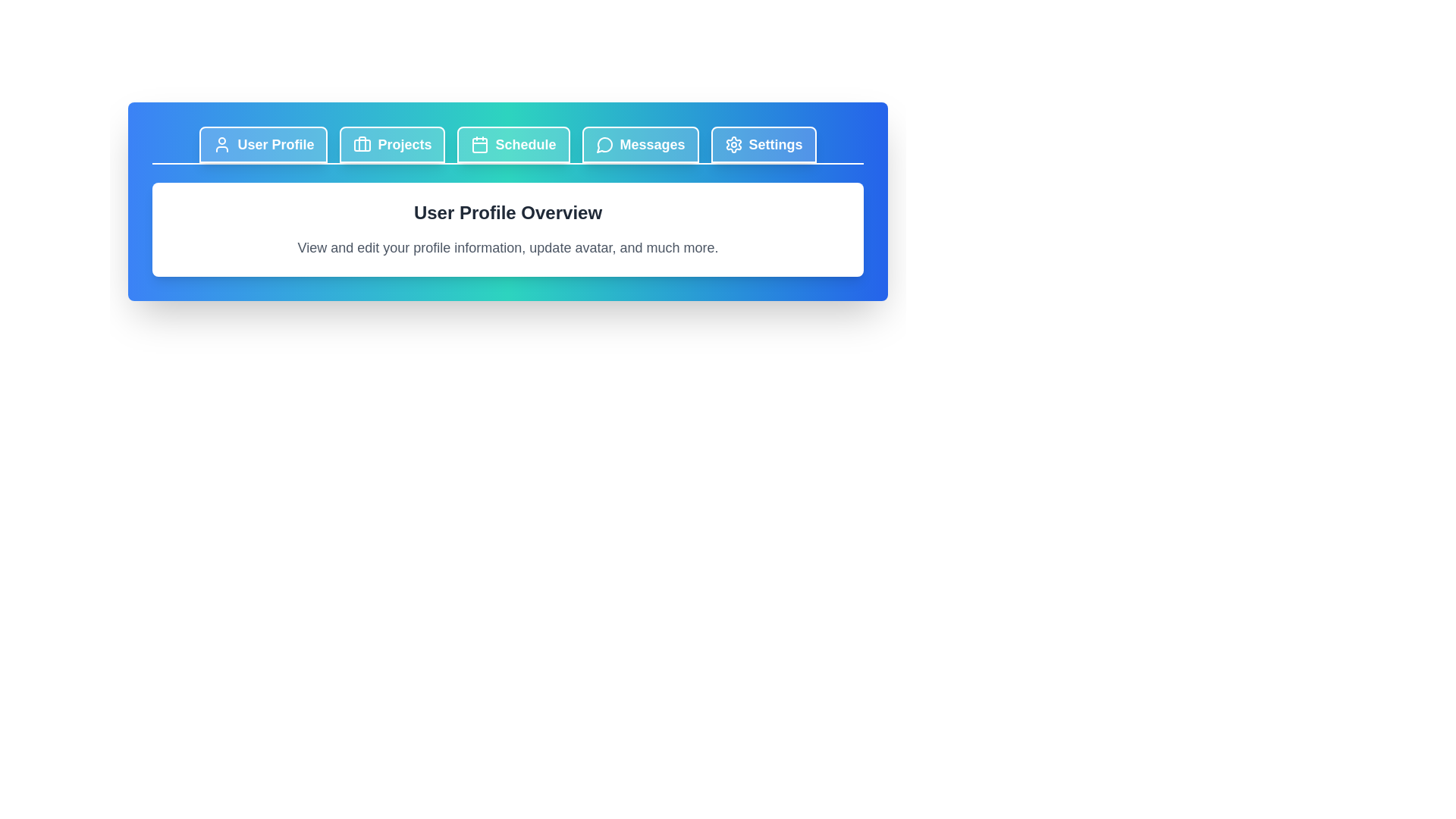 This screenshot has width=1456, height=819. Describe the element at coordinates (733, 145) in the screenshot. I see `the 'Settings' icon located in the navigation bar` at that location.